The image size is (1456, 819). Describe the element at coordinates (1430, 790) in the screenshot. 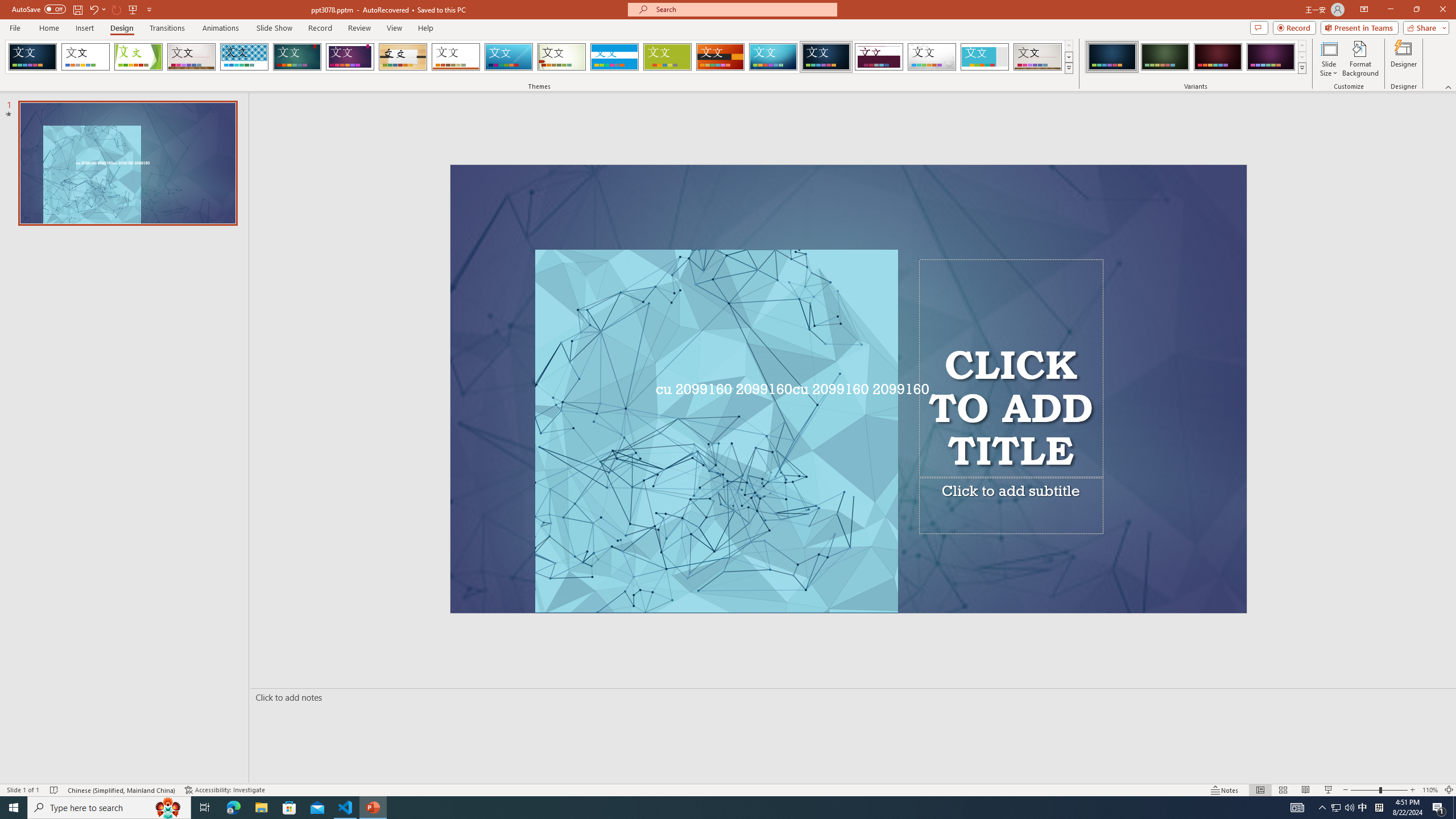

I see `'Zoom 110%'` at that location.